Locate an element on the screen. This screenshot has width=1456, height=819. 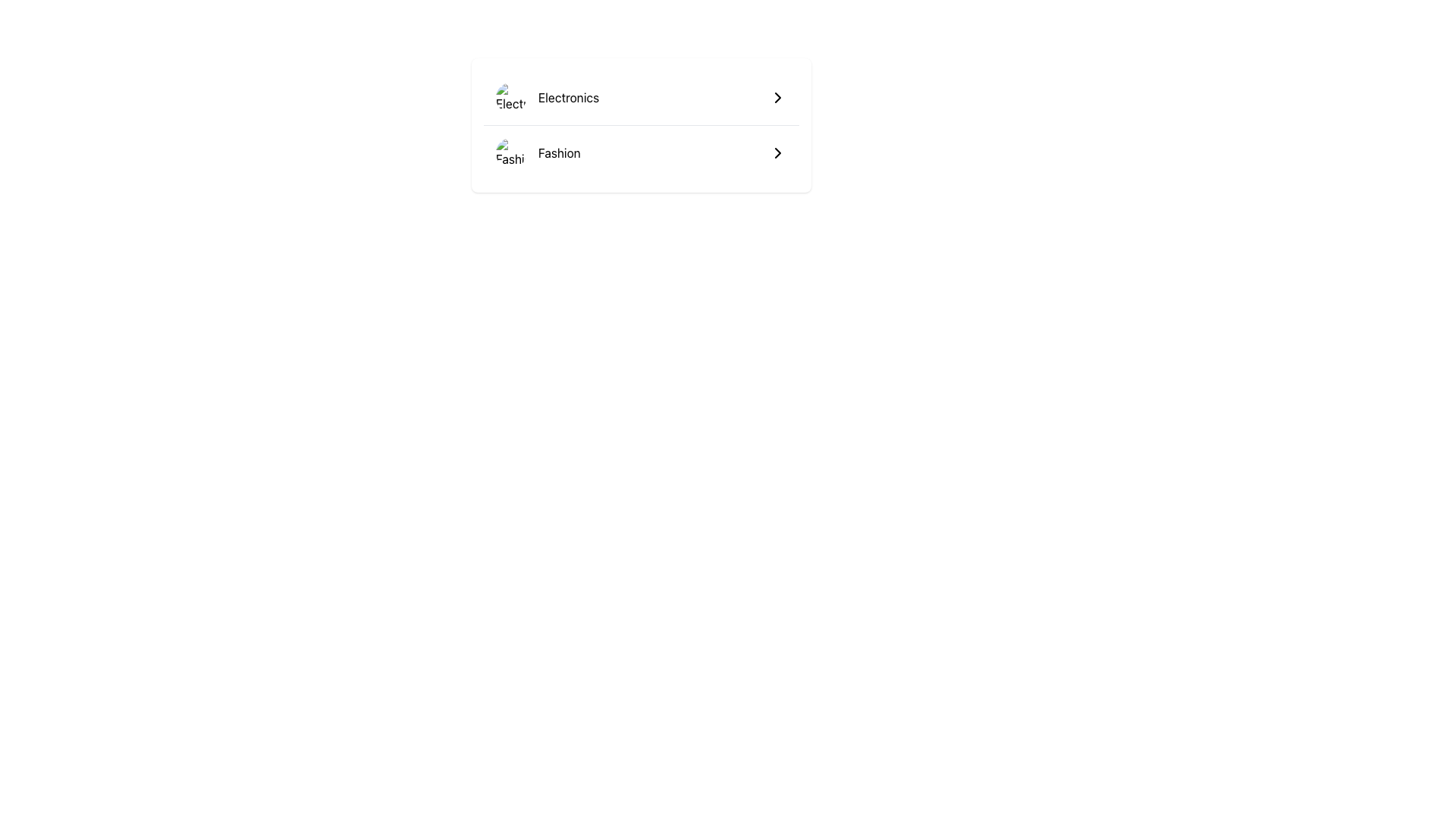
the navigation icon for 'Fashion' is located at coordinates (778, 97).